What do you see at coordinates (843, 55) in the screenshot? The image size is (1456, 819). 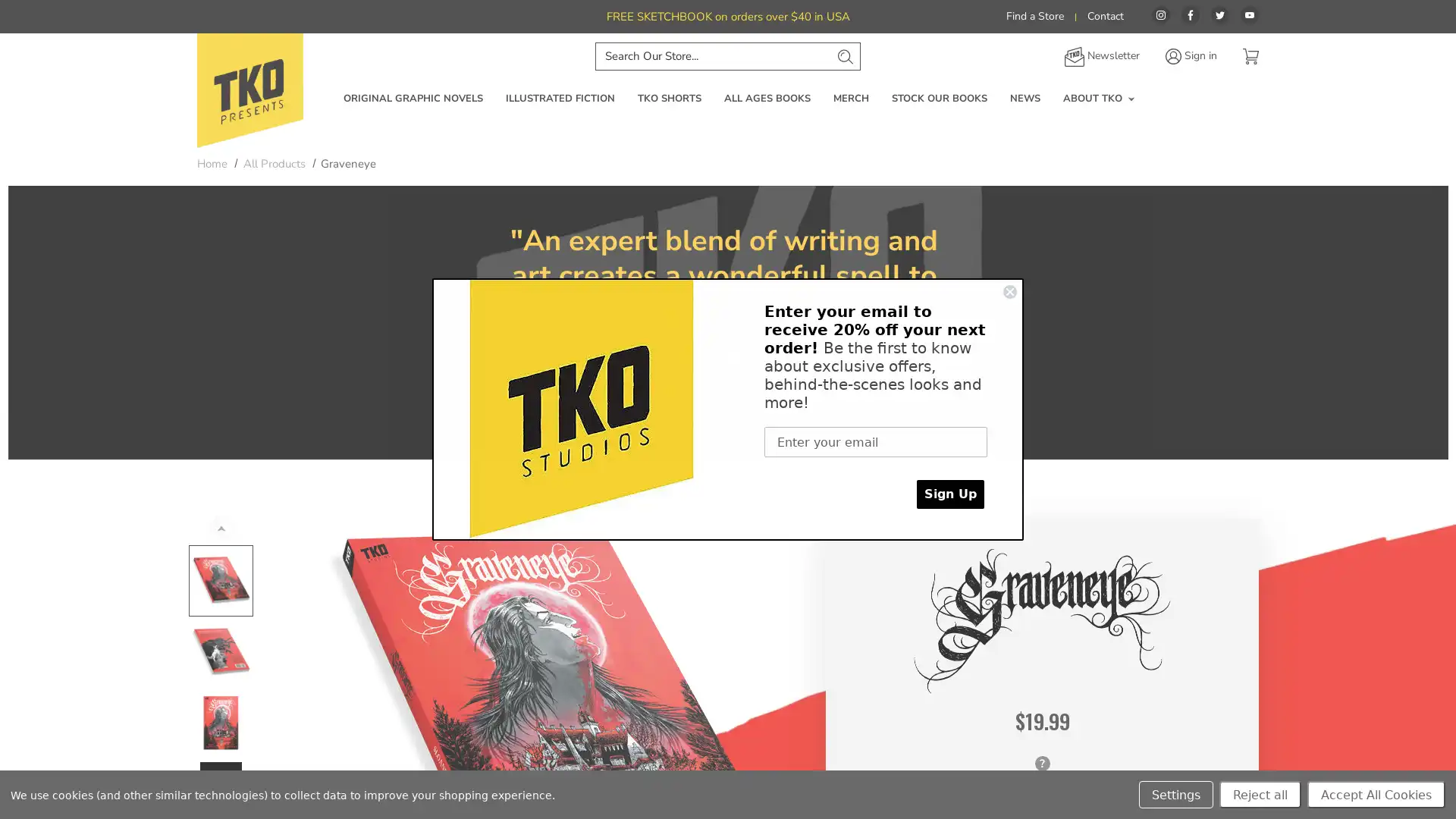 I see `SEARCH OUR STORE...` at bounding box center [843, 55].